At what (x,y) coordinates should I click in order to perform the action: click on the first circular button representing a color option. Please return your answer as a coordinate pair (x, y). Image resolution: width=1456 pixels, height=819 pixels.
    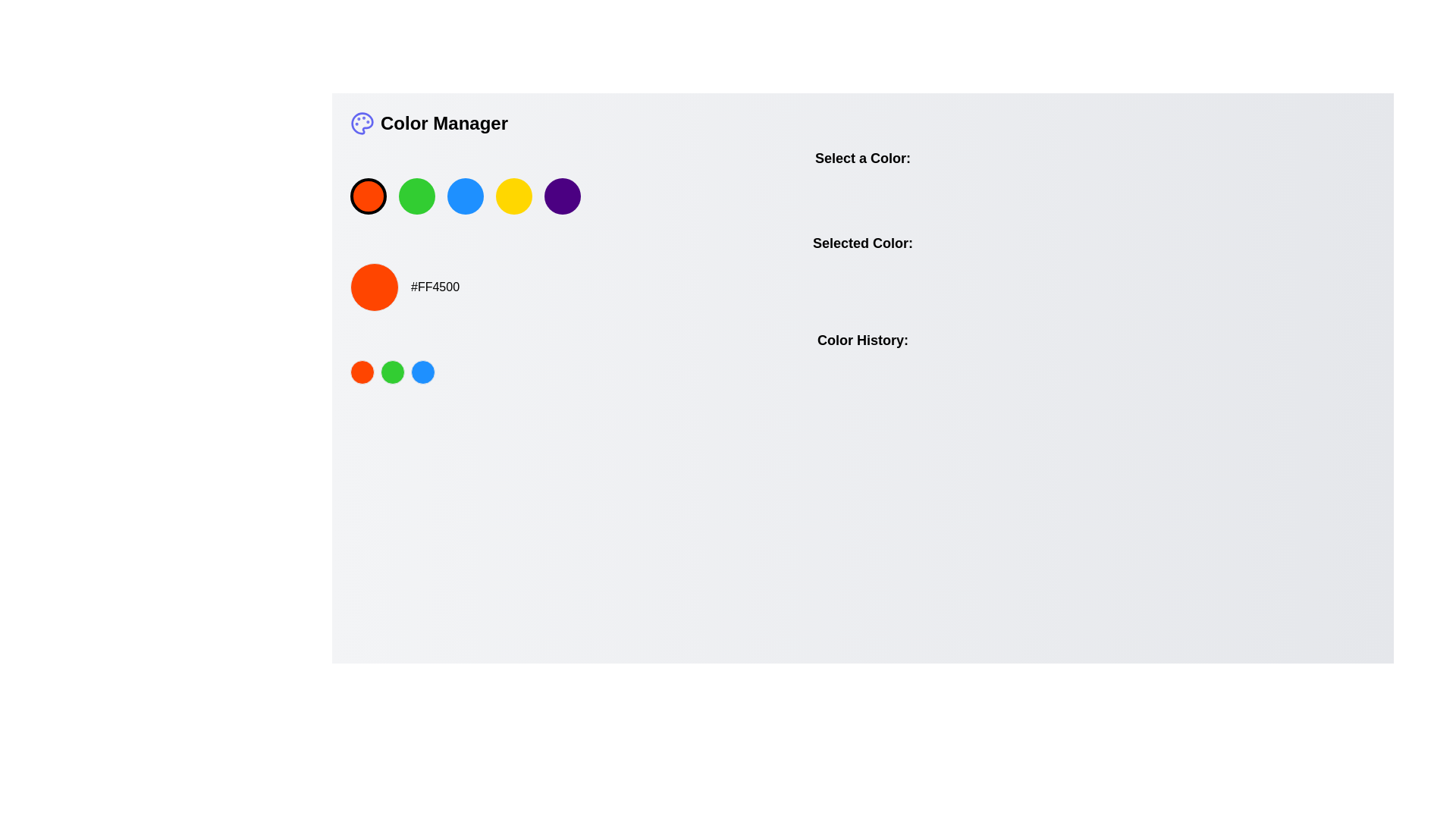
    Looking at the image, I should click on (362, 372).